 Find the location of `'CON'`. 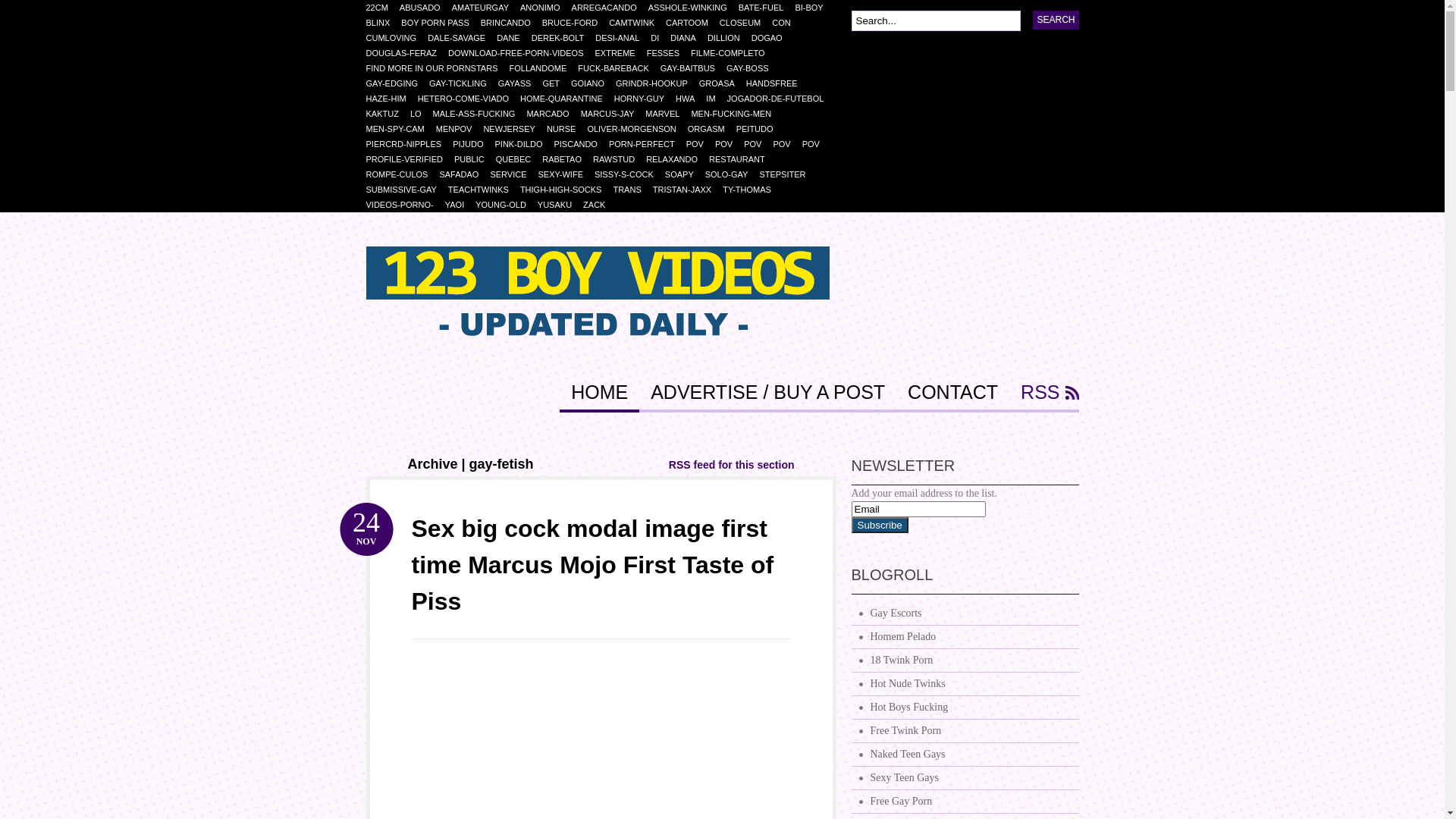

'CON' is located at coordinates (786, 23).